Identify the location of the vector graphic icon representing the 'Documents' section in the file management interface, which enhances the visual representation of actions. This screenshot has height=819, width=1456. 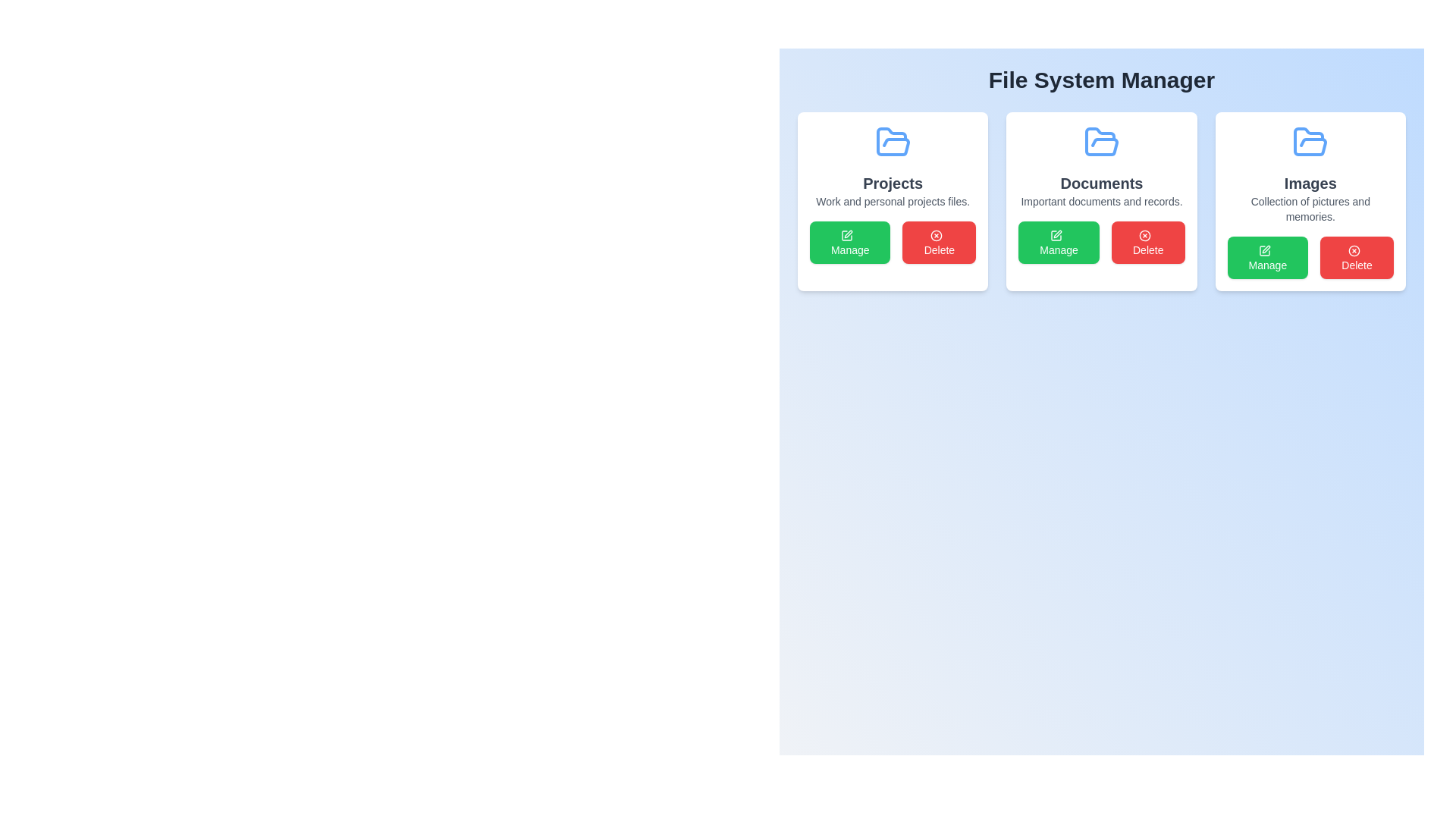
(1055, 236).